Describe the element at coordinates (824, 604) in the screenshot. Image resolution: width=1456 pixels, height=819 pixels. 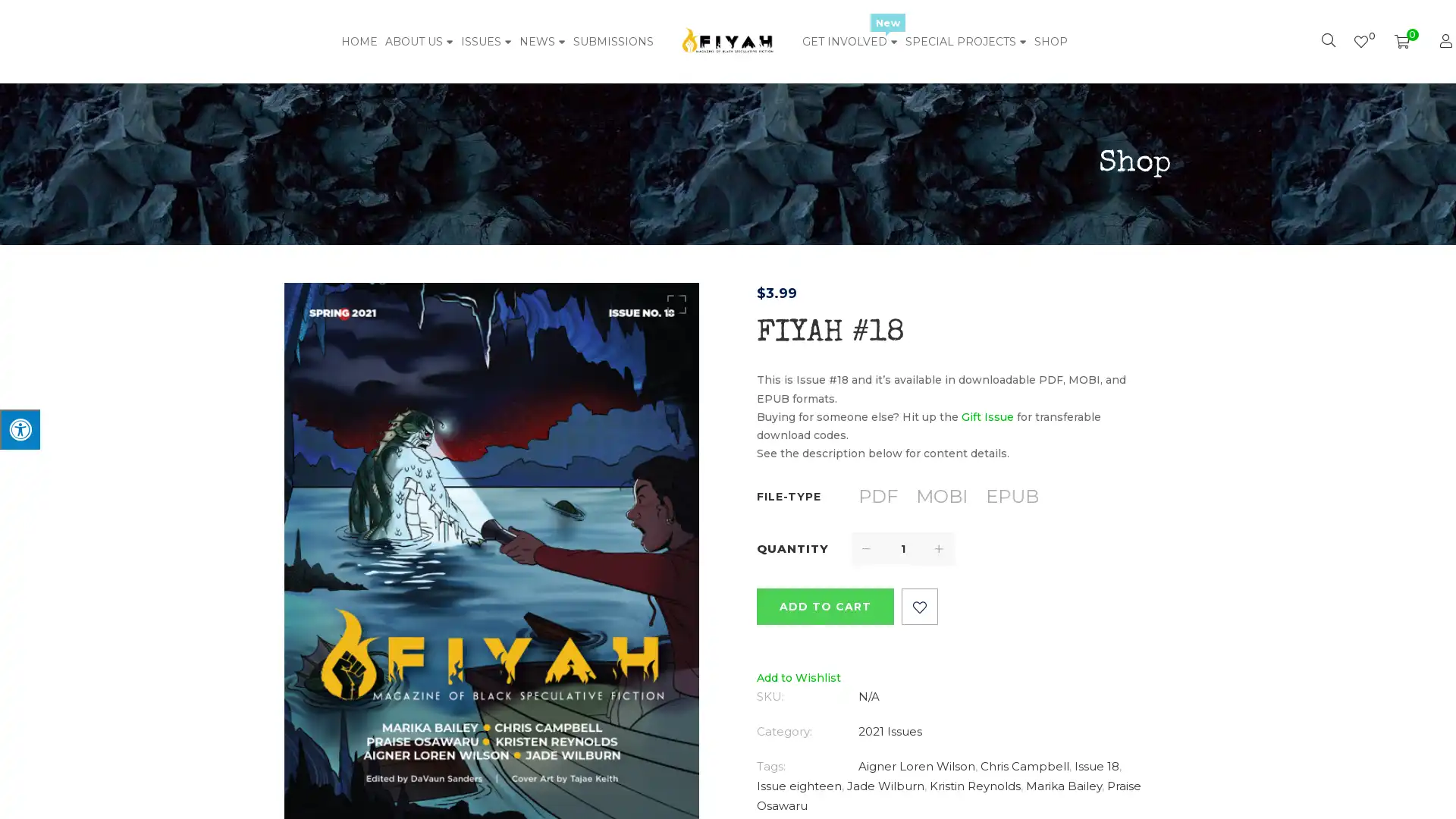
I see `ADD TO CART` at that location.